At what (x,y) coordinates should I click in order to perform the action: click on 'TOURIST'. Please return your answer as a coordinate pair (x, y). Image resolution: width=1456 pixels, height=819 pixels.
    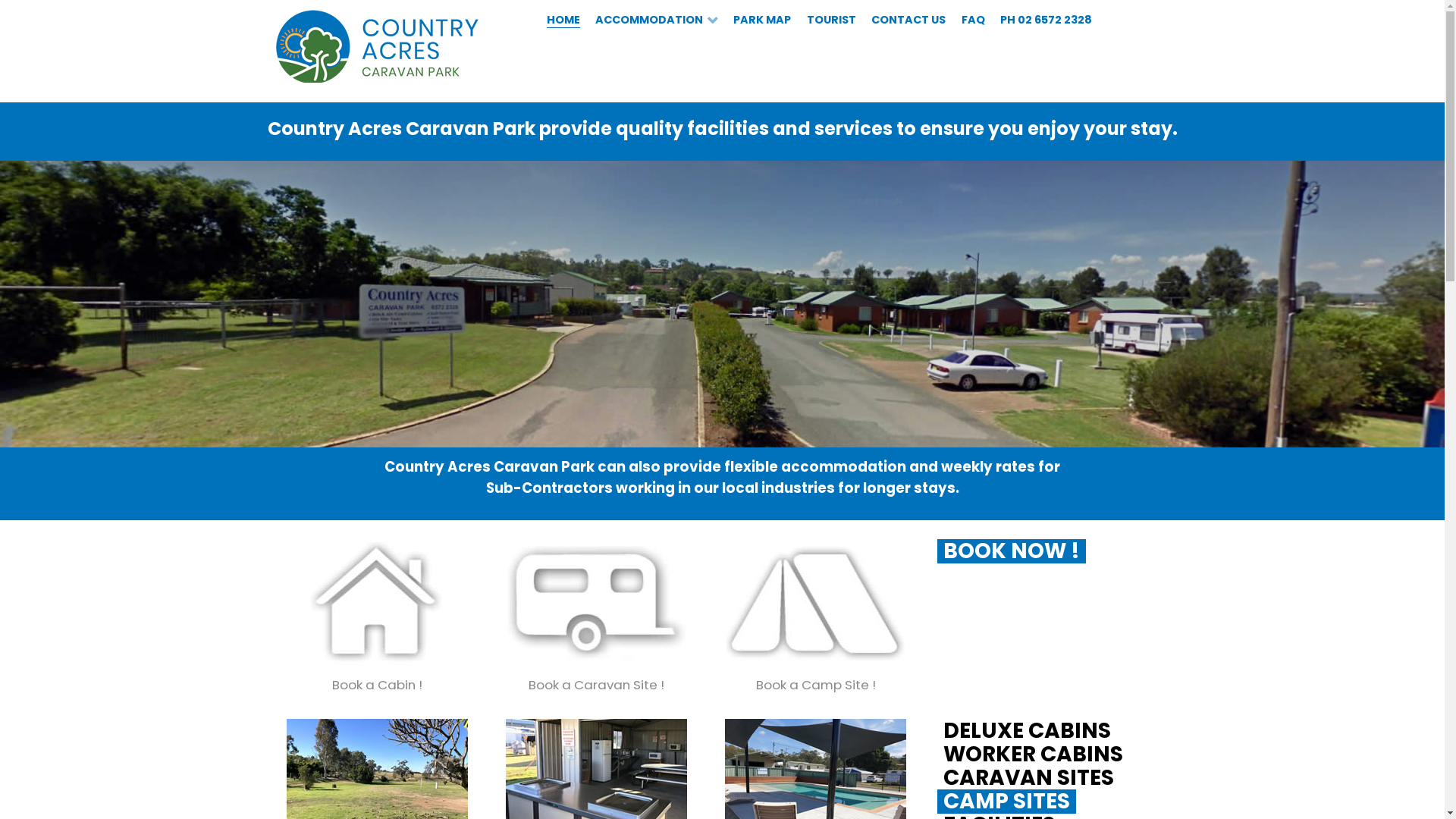
    Looking at the image, I should click on (830, 20).